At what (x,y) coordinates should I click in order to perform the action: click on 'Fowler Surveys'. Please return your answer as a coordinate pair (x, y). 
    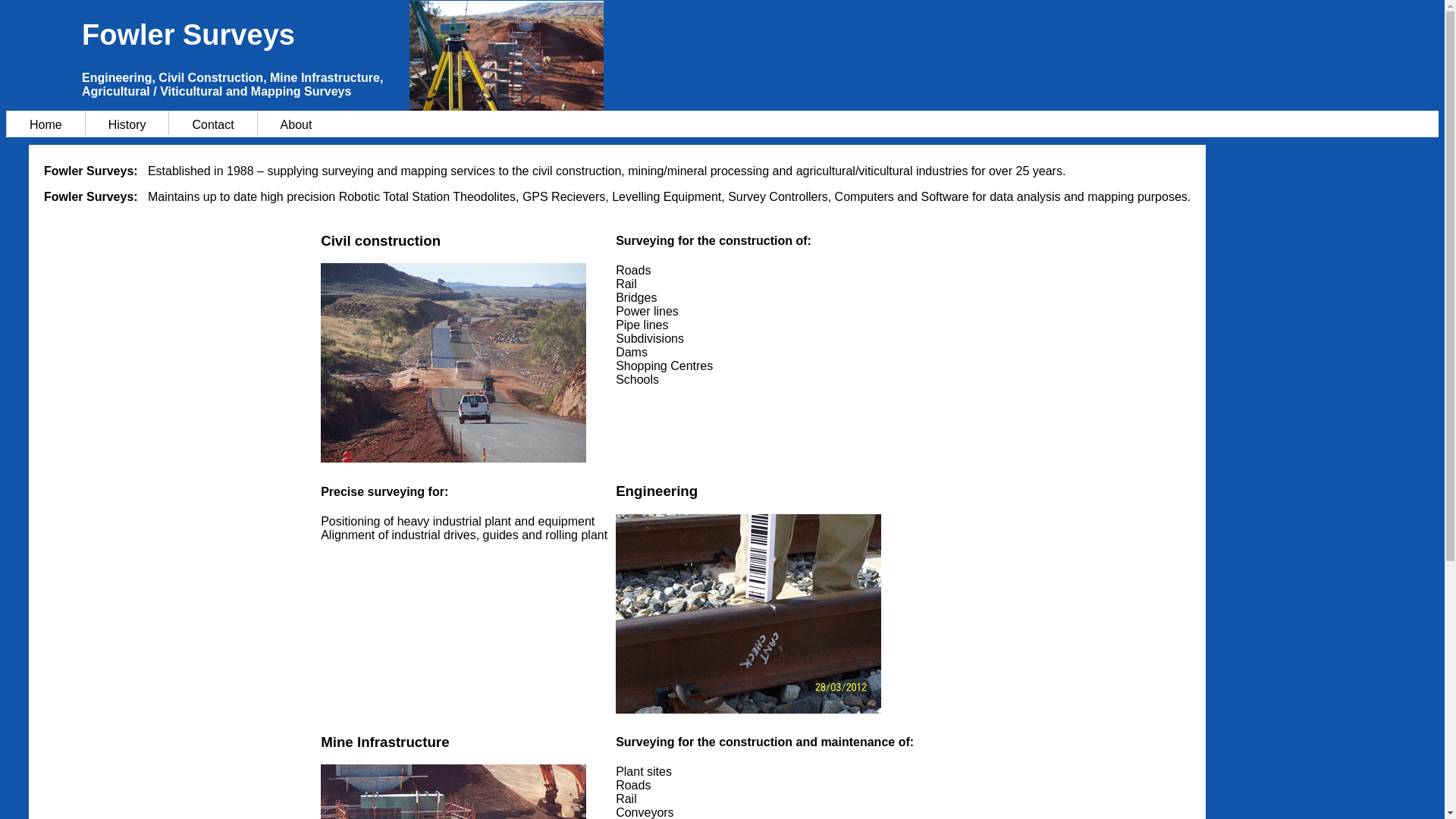
    Looking at the image, I should click on (760, 34).